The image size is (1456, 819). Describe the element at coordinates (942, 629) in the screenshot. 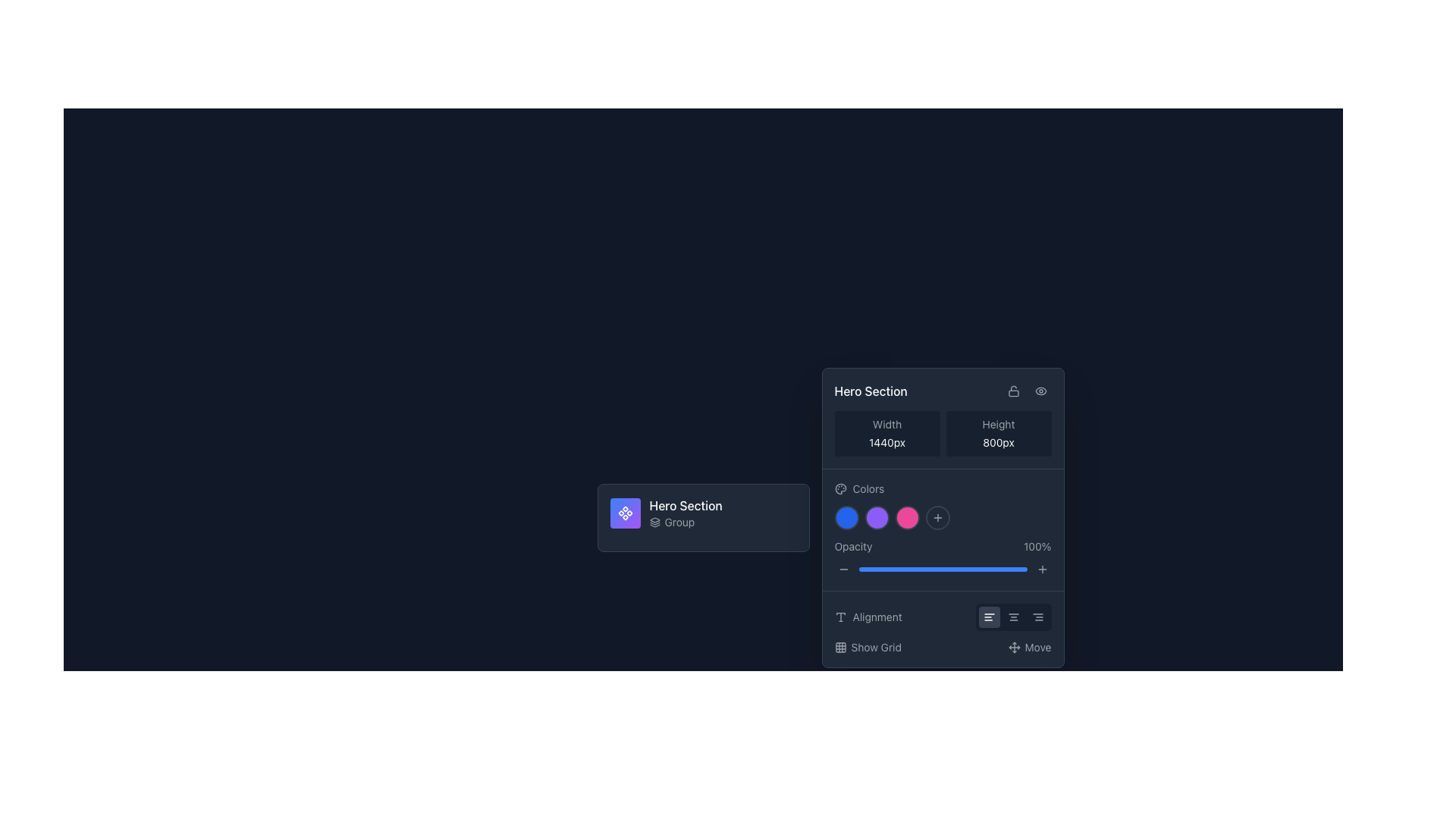

I see `the 'Move' button in the alignment tools panel` at that location.